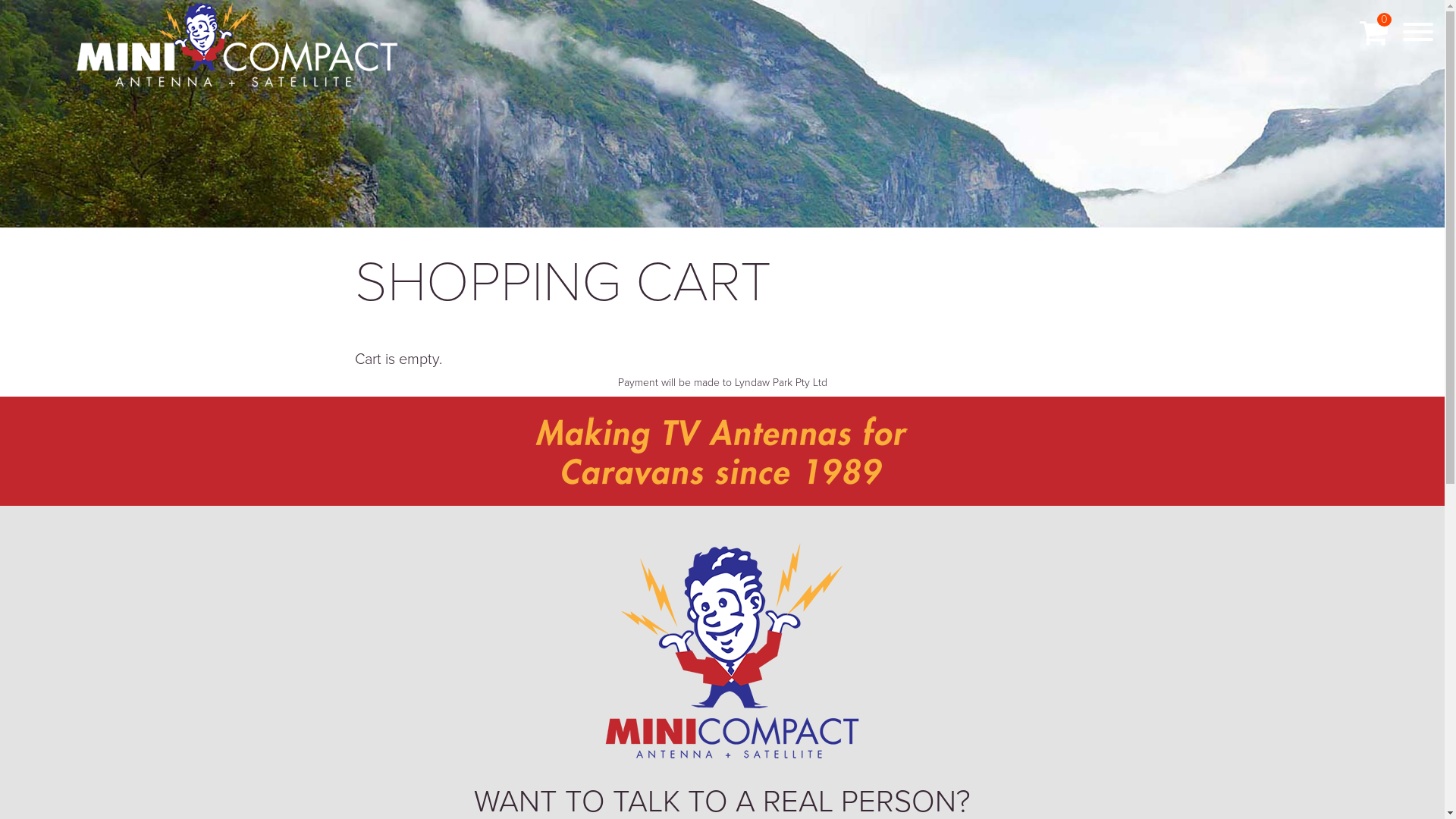 This screenshot has height=819, width=1456. I want to click on '0', so click(1373, 33).